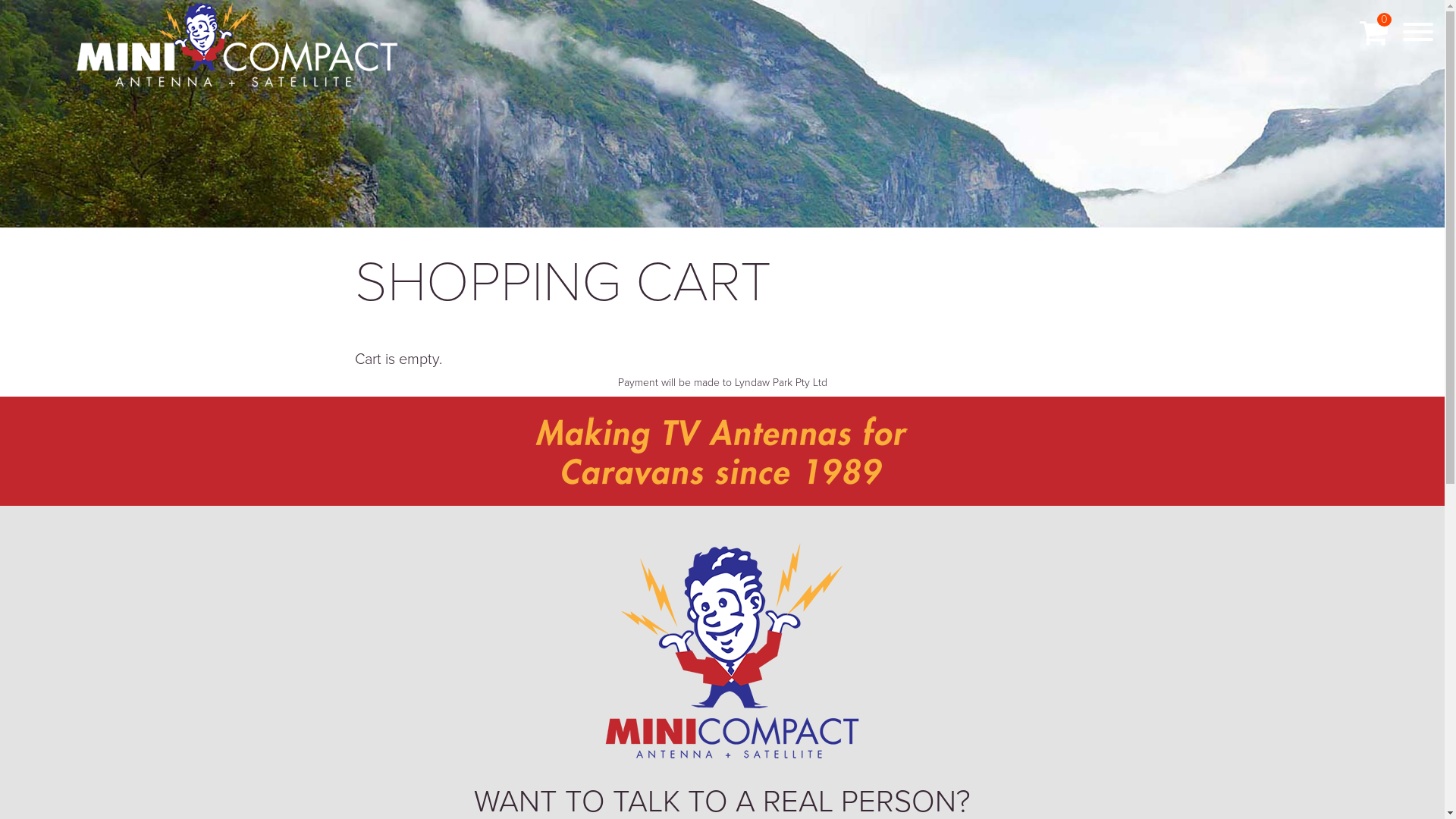 This screenshot has height=819, width=1456. I want to click on '0', so click(1373, 33).